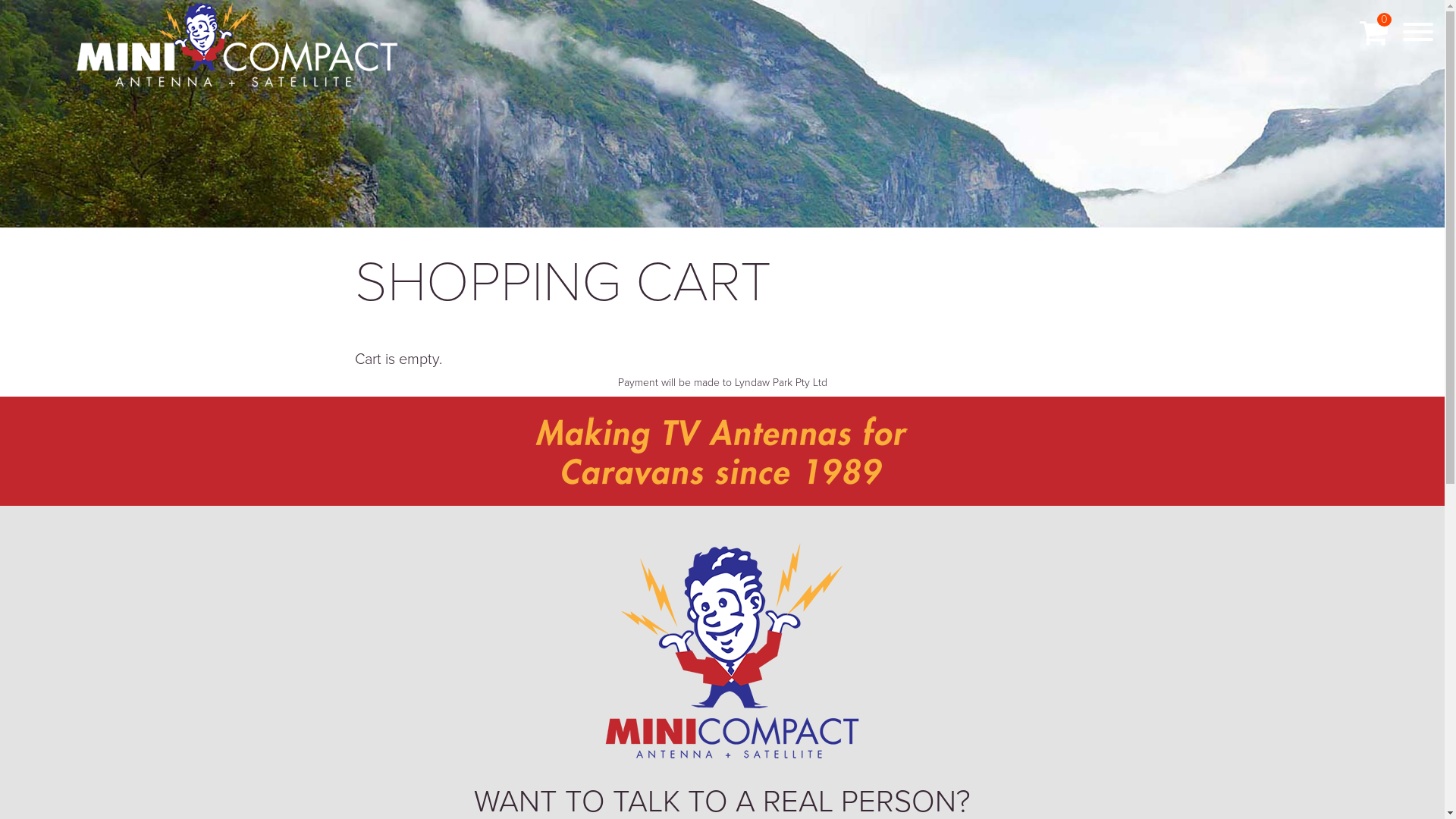 This screenshot has height=819, width=1456. I want to click on '0', so click(1373, 33).